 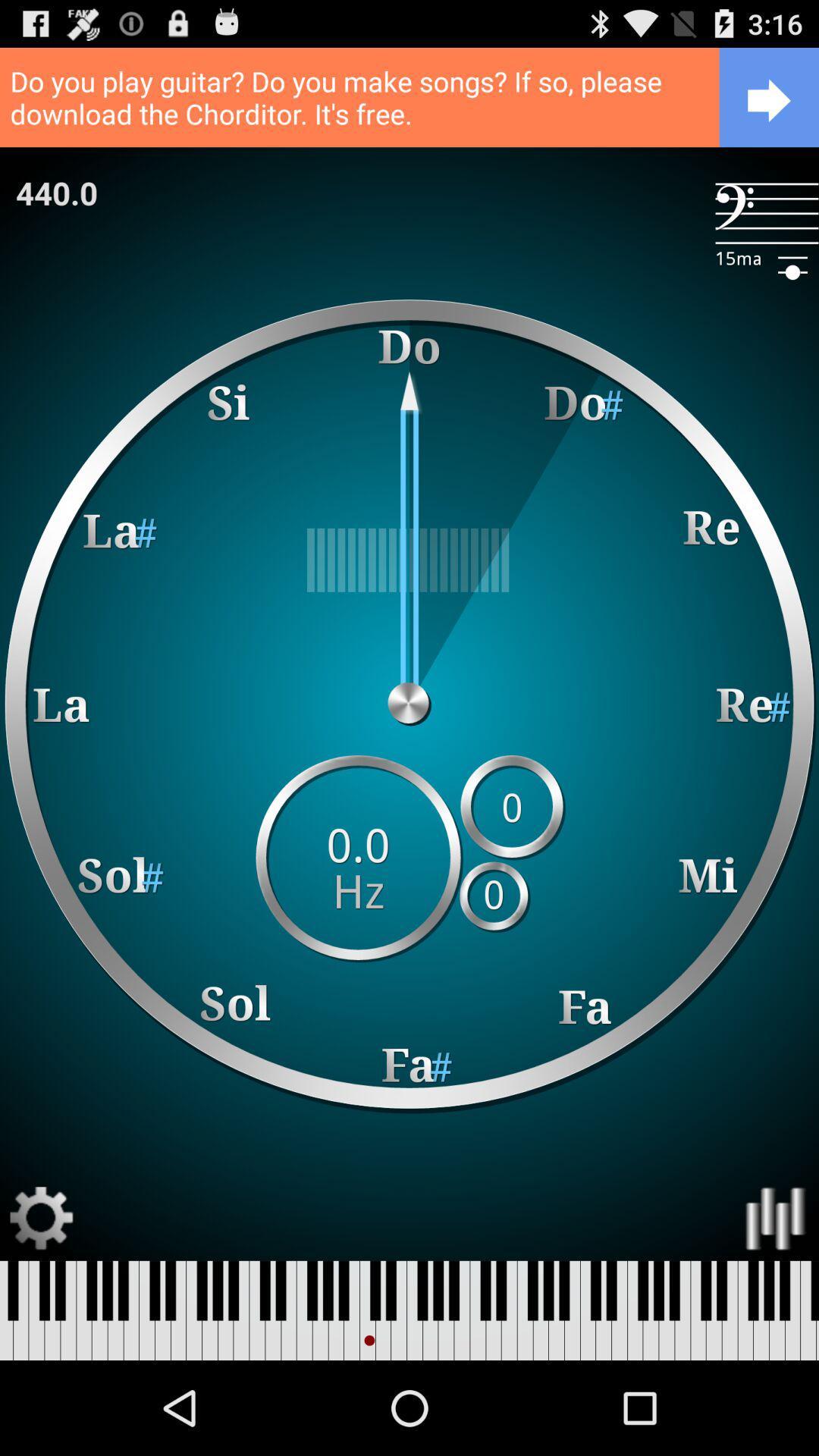 I want to click on item at the bottom left corner, so click(x=41, y=1219).